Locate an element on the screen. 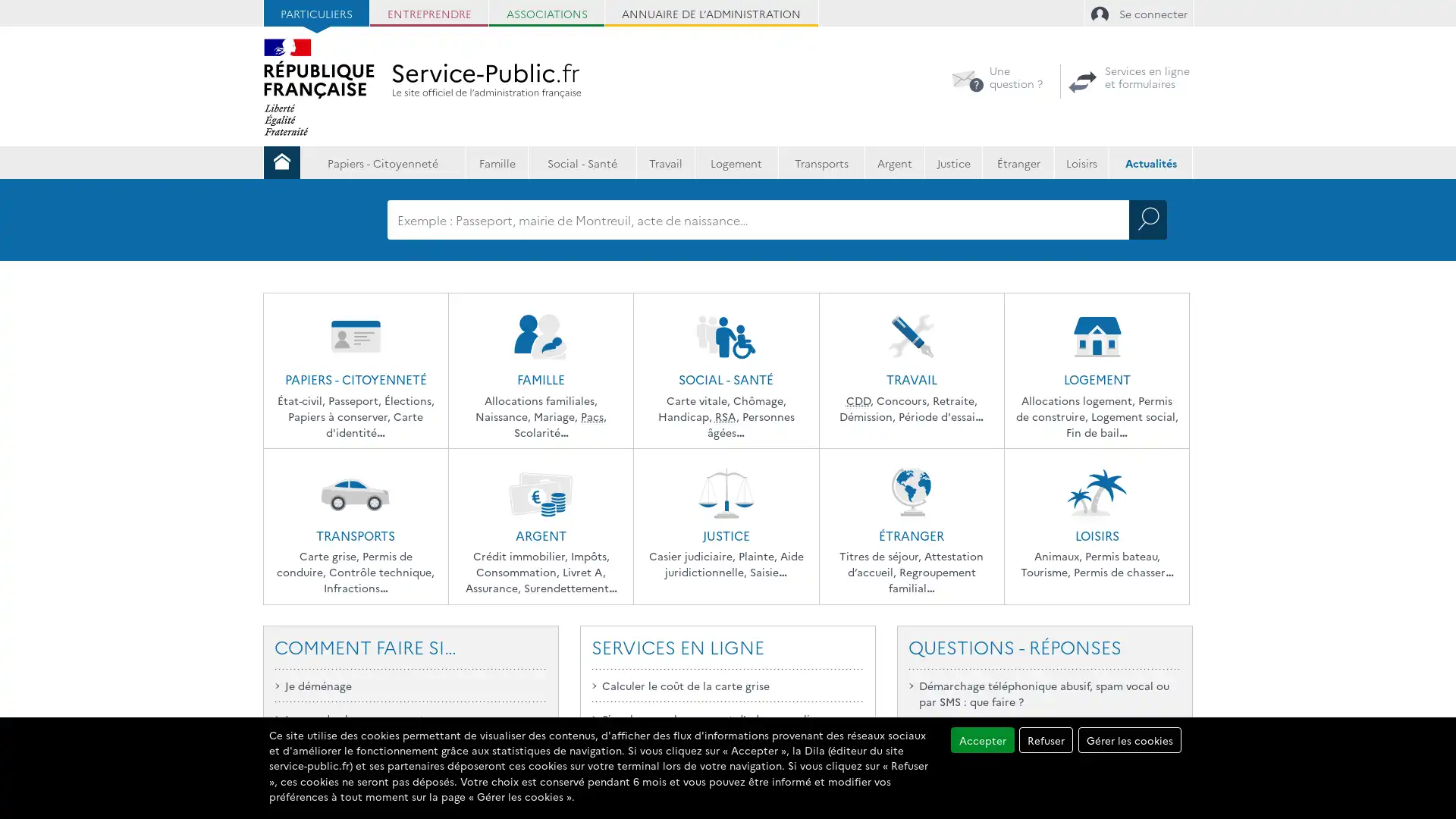 The width and height of the screenshot is (1456, 819). Gerer les cookies is located at coordinates (1129, 739).